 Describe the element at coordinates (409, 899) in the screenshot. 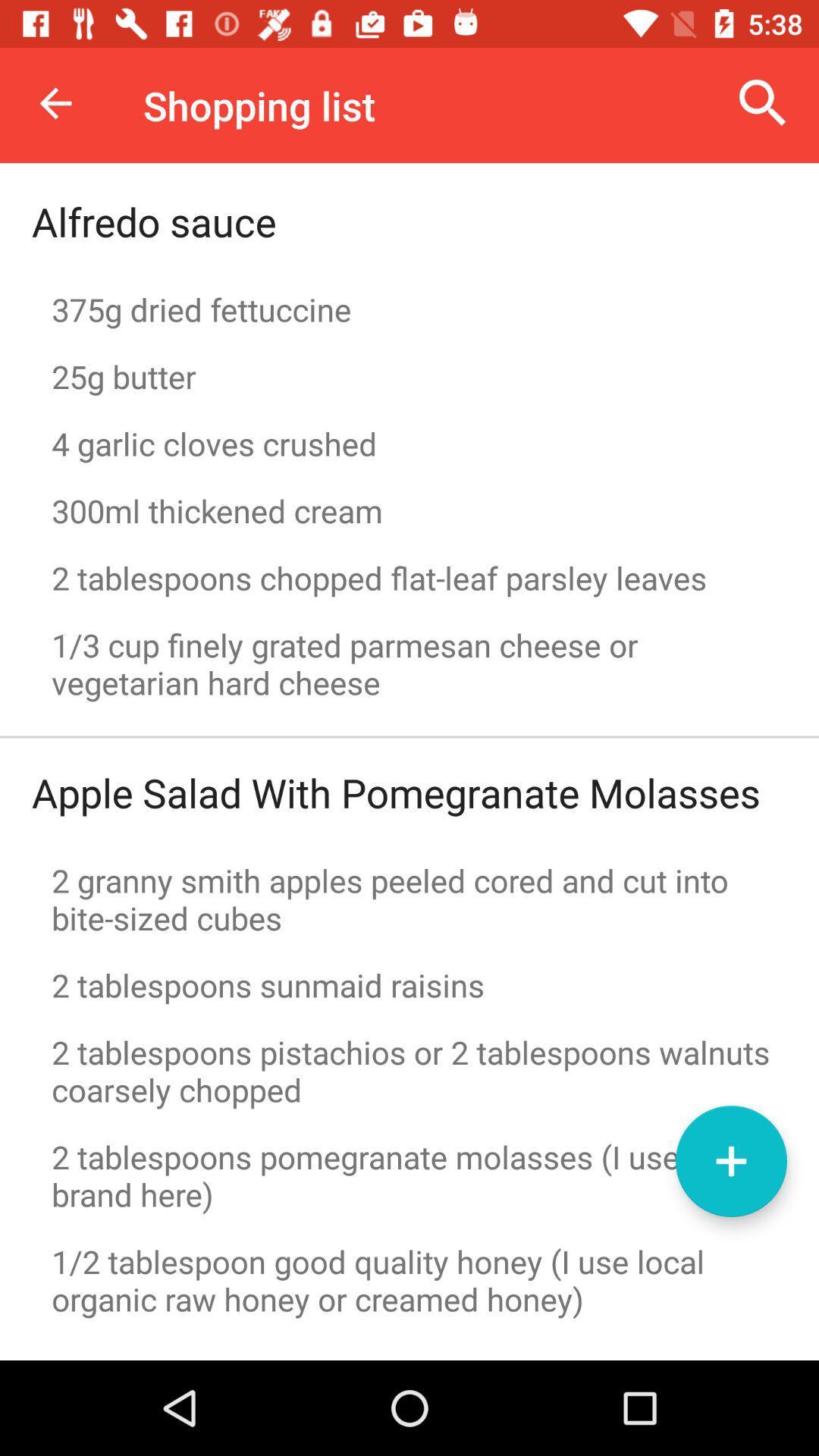

I see `2 granny smith icon` at that location.